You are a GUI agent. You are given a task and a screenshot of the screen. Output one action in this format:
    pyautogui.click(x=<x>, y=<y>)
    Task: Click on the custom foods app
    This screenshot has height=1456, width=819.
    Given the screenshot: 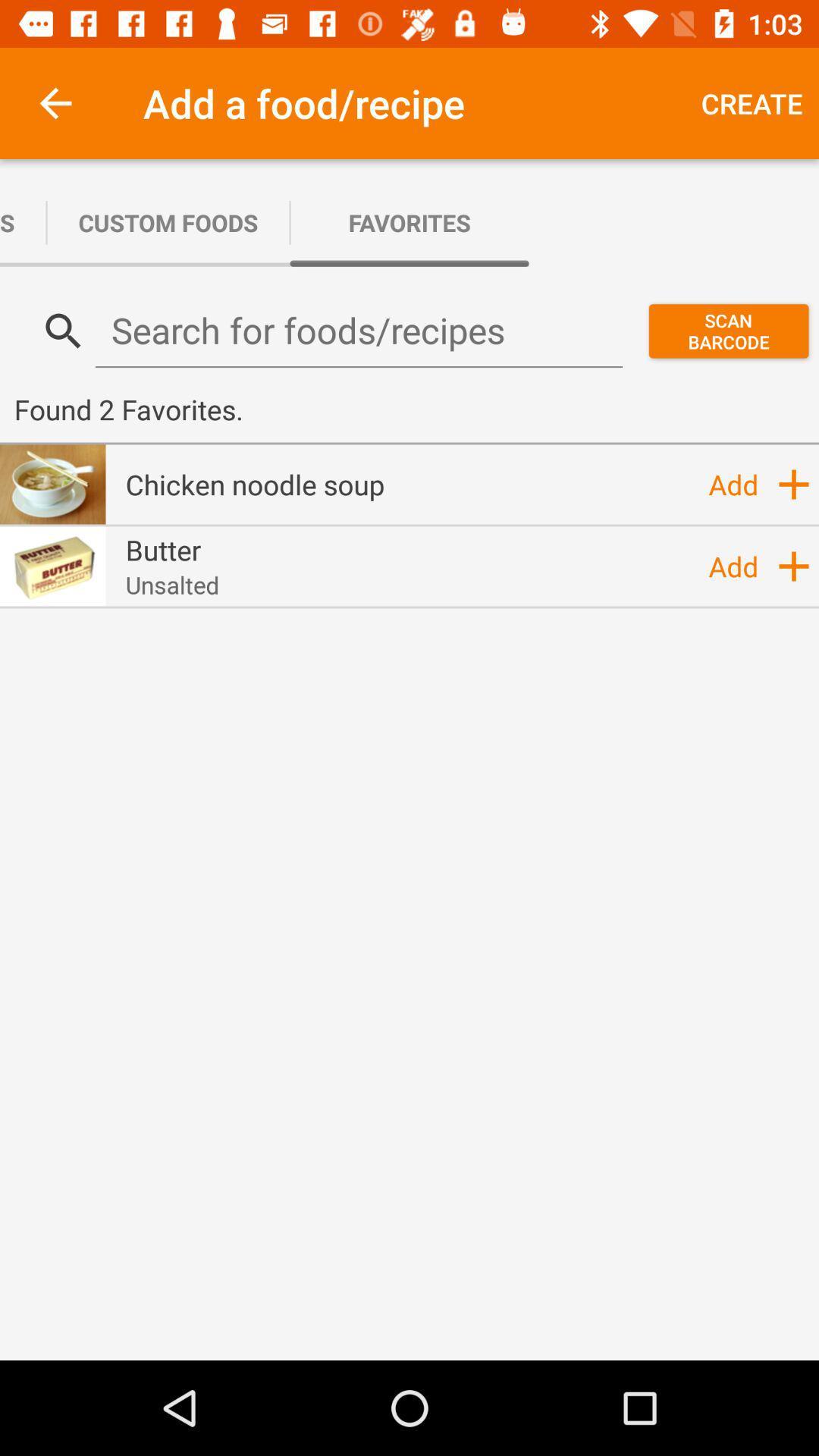 What is the action you would take?
    pyautogui.click(x=168, y=221)
    